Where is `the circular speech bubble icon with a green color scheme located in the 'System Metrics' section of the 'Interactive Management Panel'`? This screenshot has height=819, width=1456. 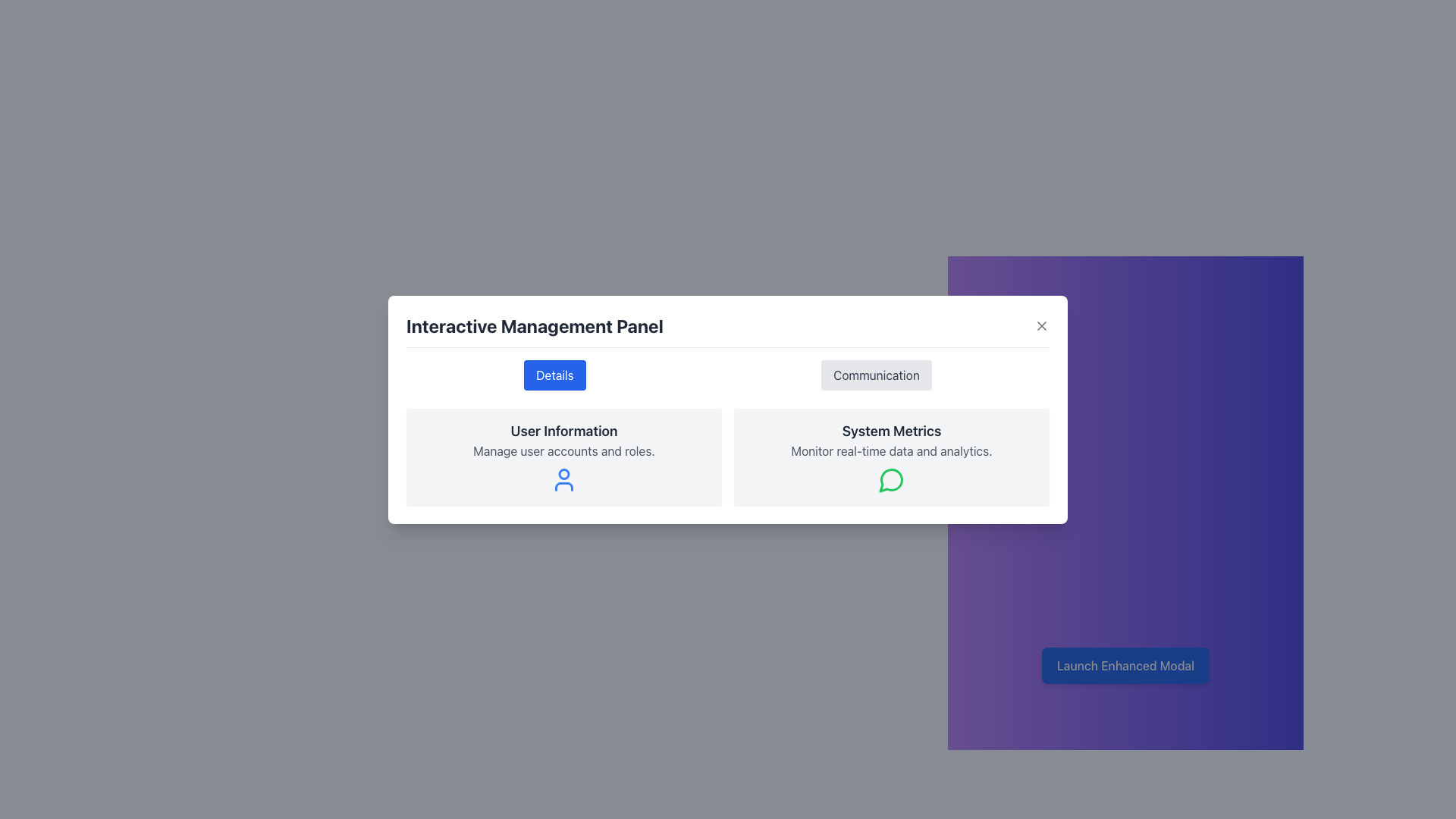 the circular speech bubble icon with a green color scheme located in the 'System Metrics' section of the 'Interactive Management Panel' is located at coordinates (892, 479).